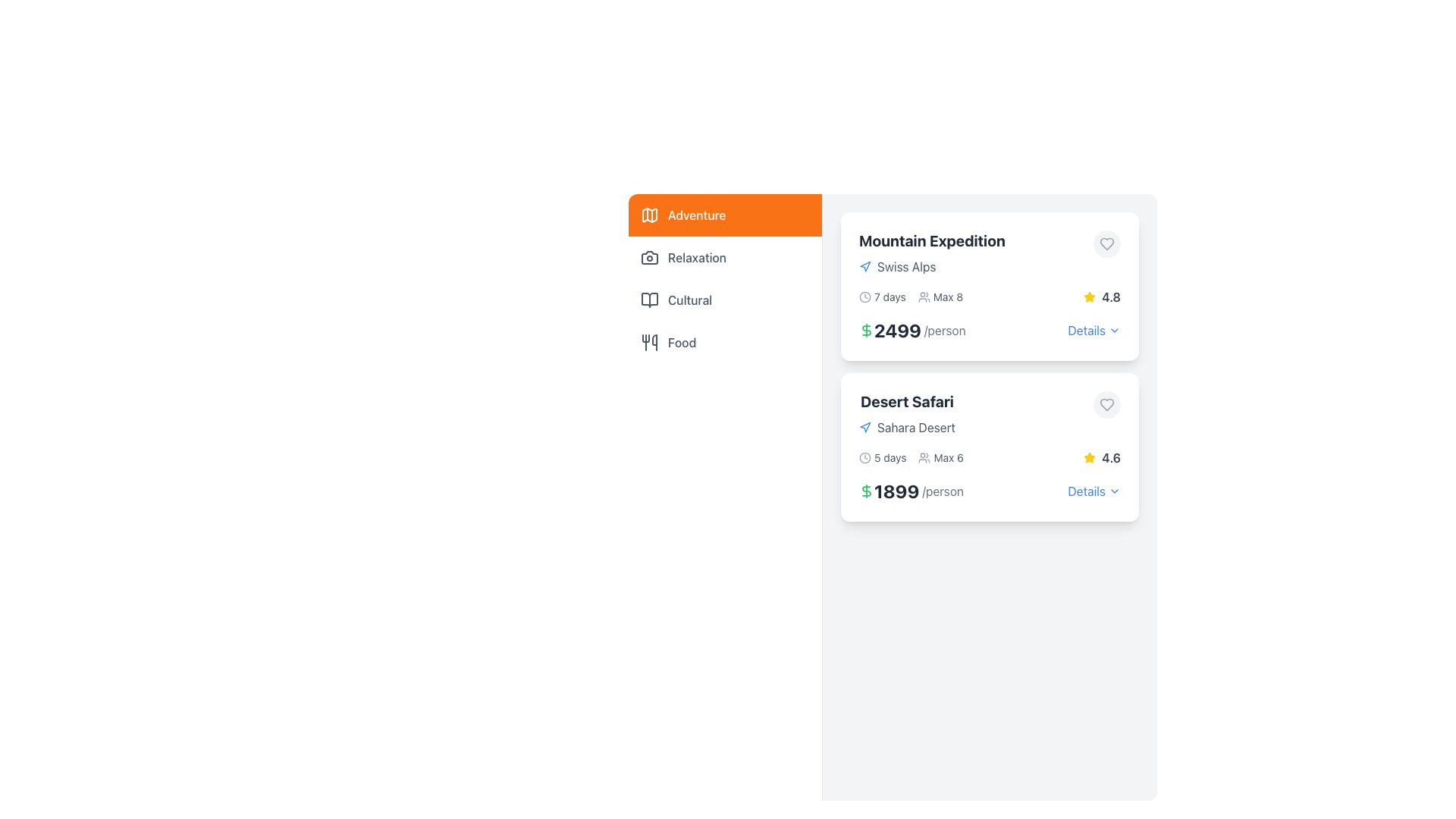 The width and height of the screenshot is (1456, 819). Describe the element at coordinates (906, 265) in the screenshot. I see `the Text label displaying the destination name for the Mountain Expedition listing, which is positioned to the right of a navigation icon` at that location.